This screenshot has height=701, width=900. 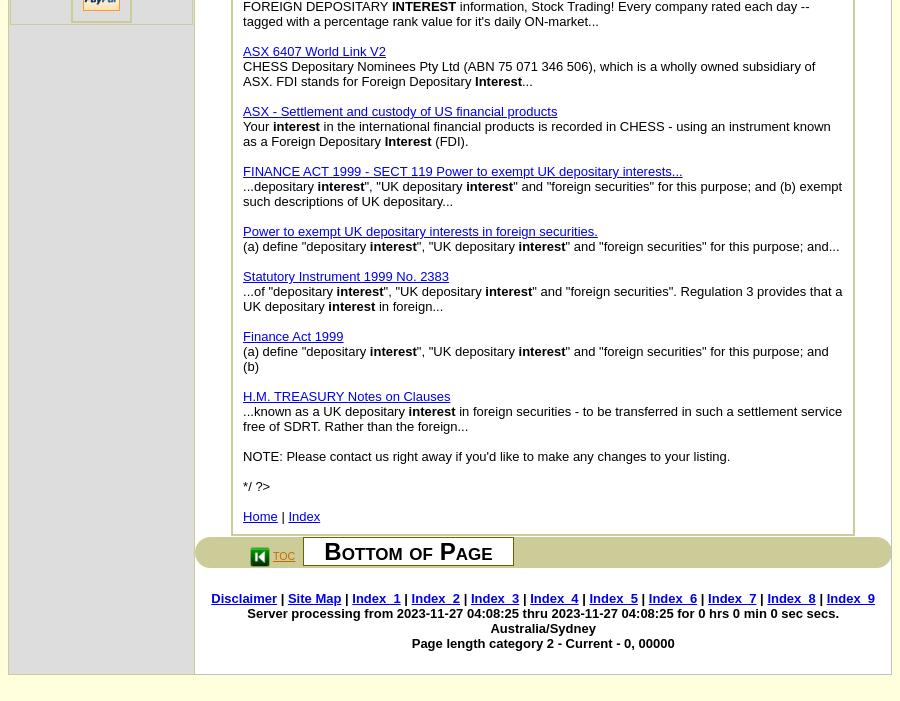 I want to click on 'Index_1', so click(x=376, y=598).